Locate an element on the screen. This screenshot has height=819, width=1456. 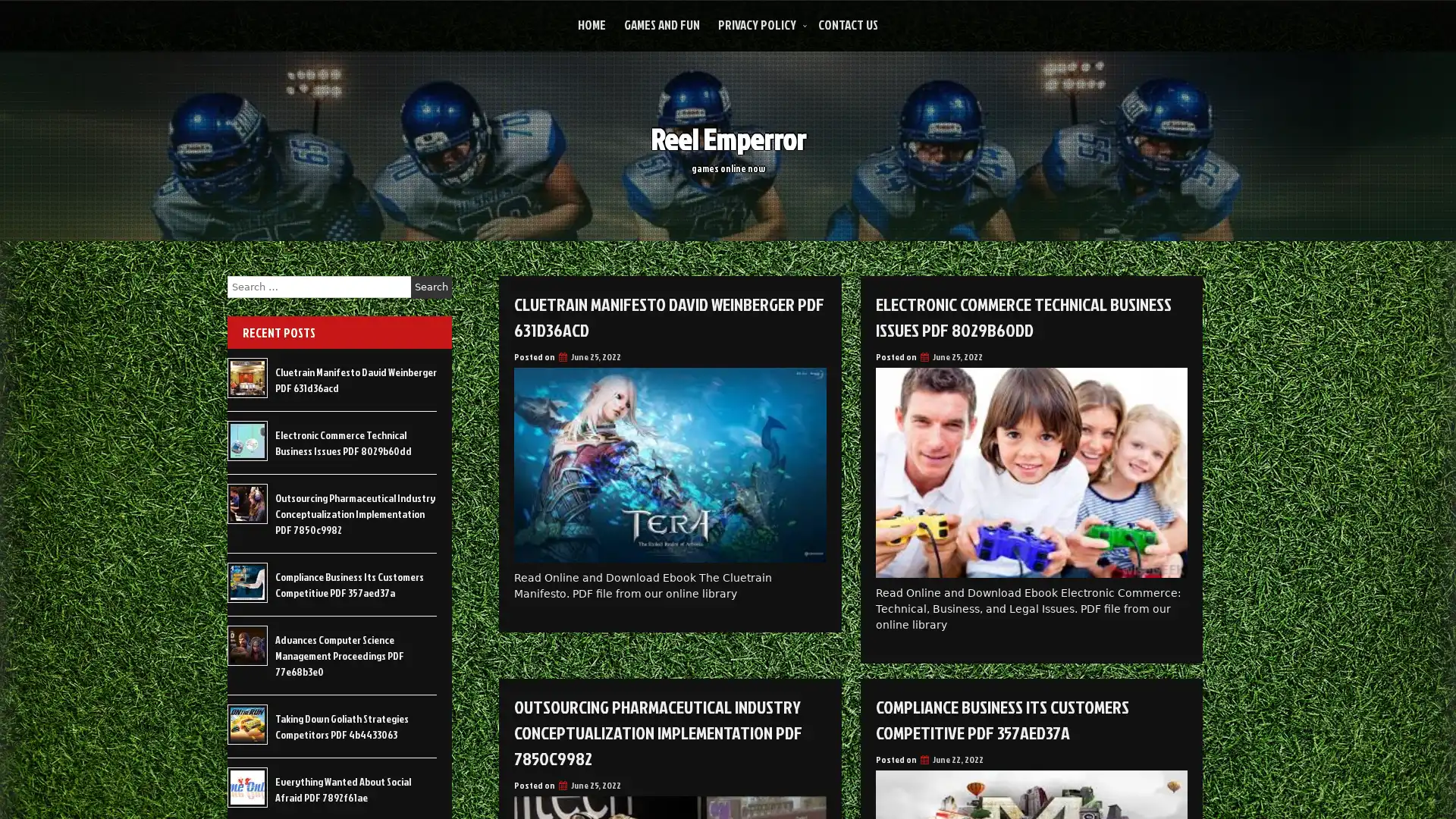
Search is located at coordinates (431, 287).